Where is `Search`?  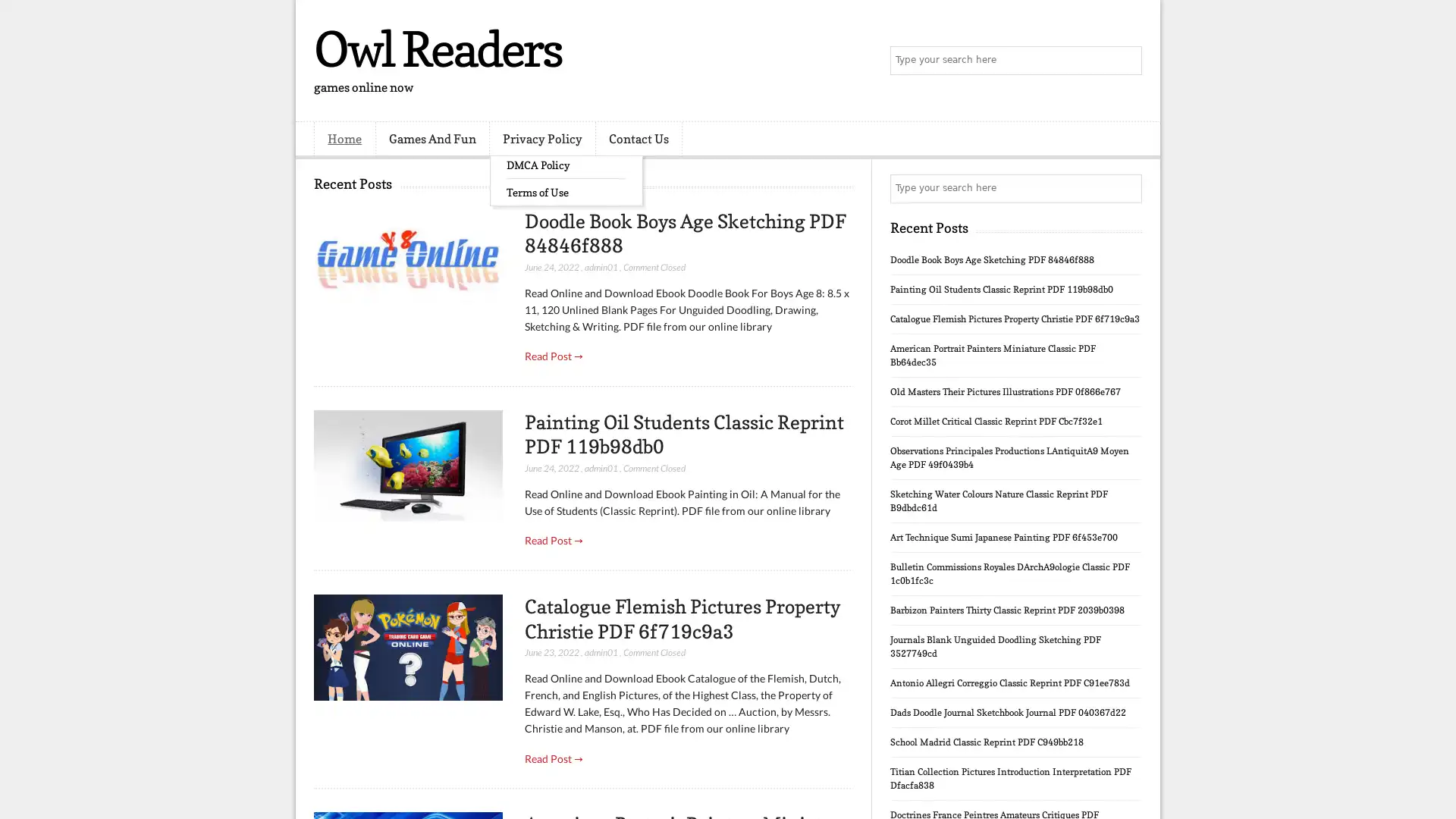 Search is located at coordinates (1126, 188).